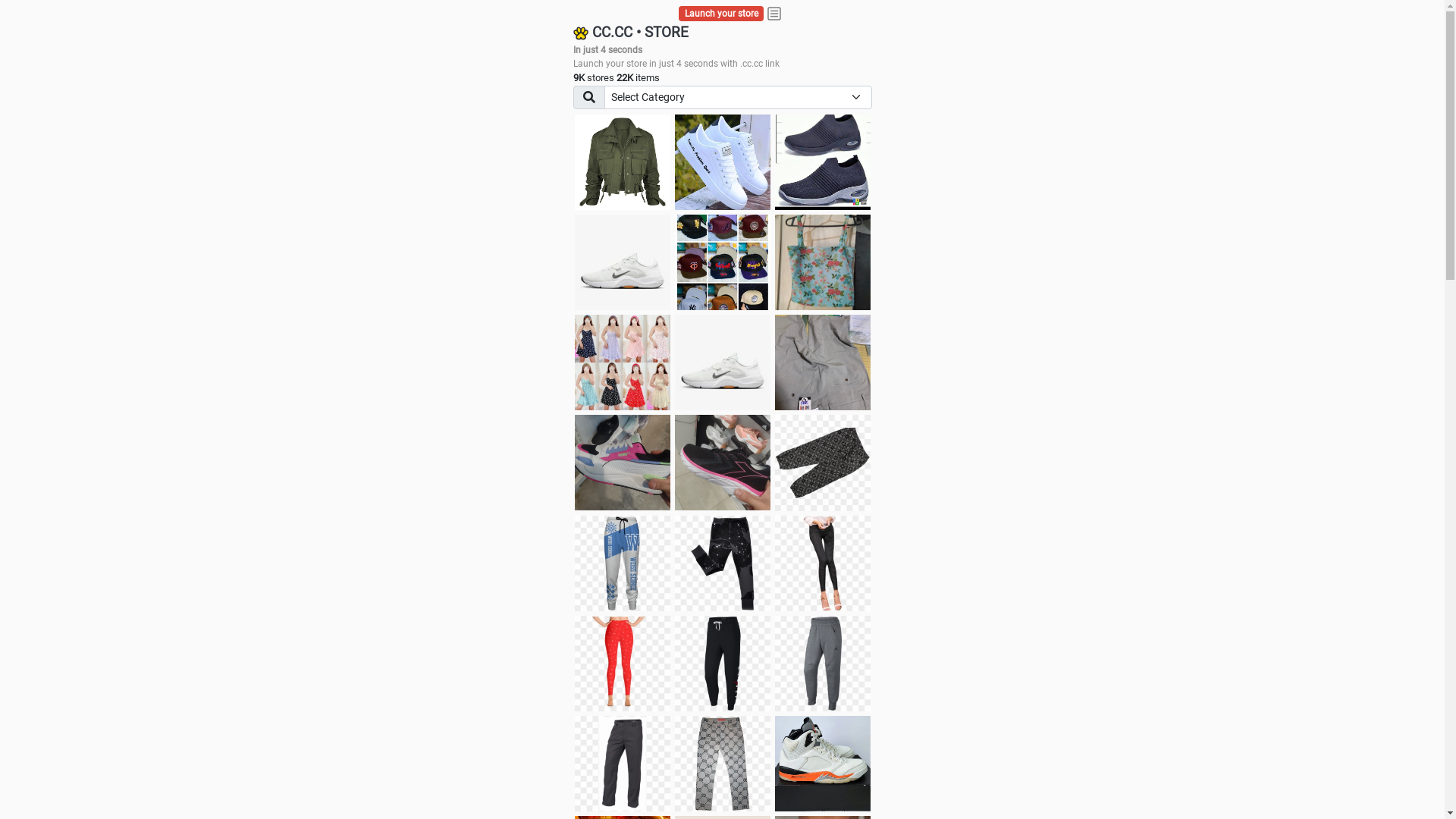 The width and height of the screenshot is (1456, 819). What do you see at coordinates (821, 461) in the screenshot?
I see `'Short pant'` at bounding box center [821, 461].